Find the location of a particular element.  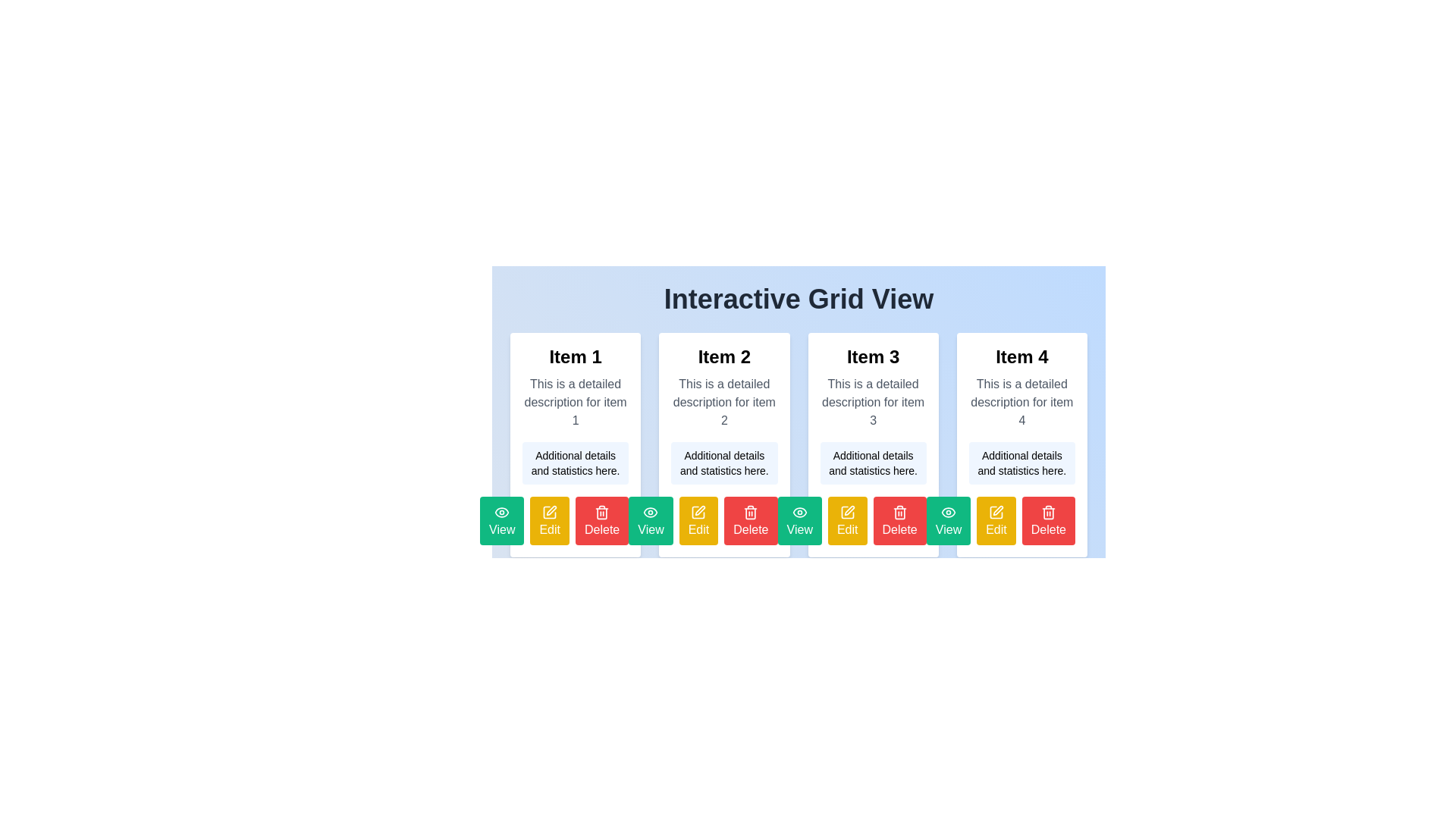

the title text element at the top of the first card in the grid layout, which serves as a quick label or identifier for the card's content is located at coordinates (575, 356).